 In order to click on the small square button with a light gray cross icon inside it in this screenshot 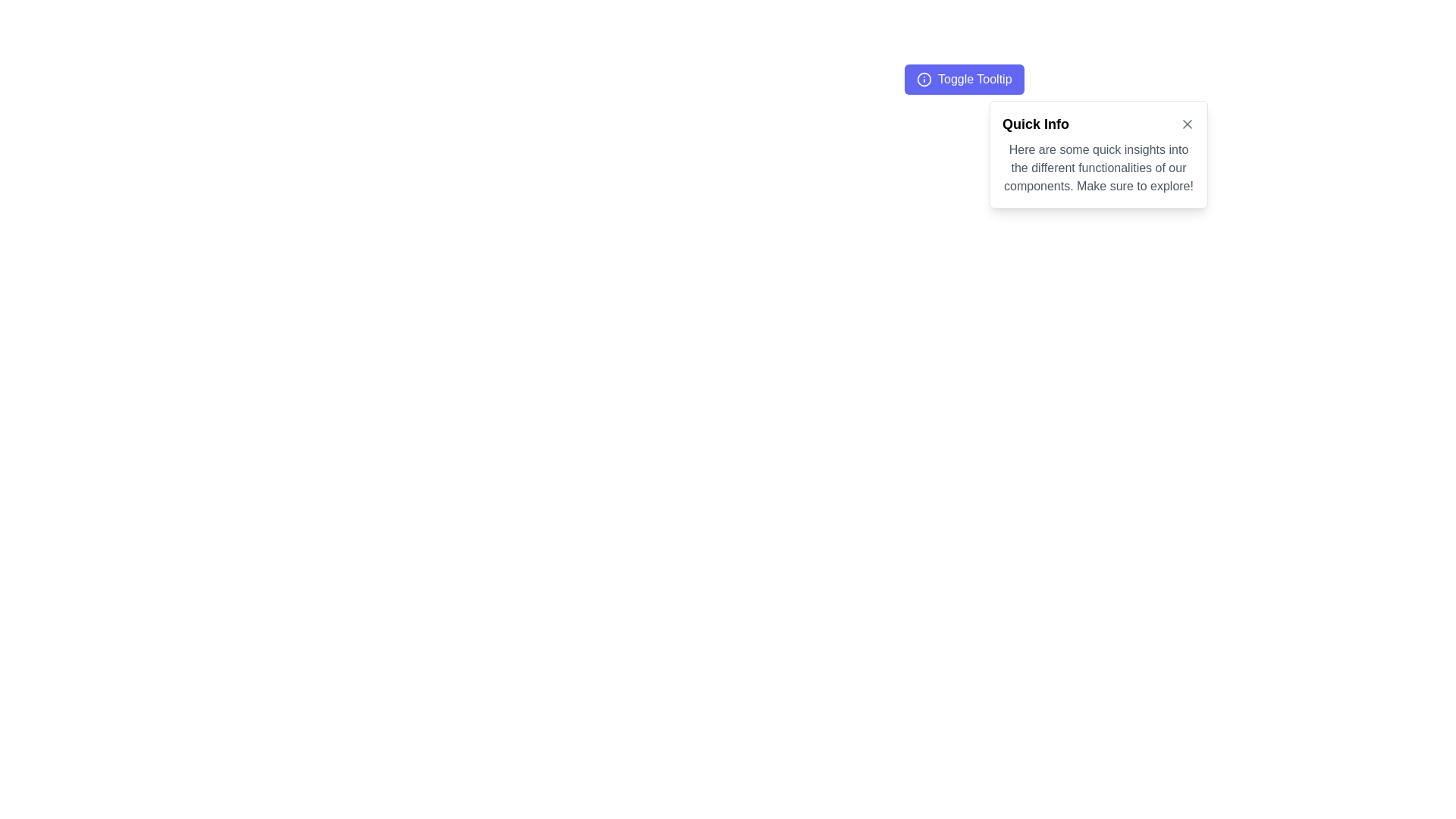, I will do `click(1186, 124)`.